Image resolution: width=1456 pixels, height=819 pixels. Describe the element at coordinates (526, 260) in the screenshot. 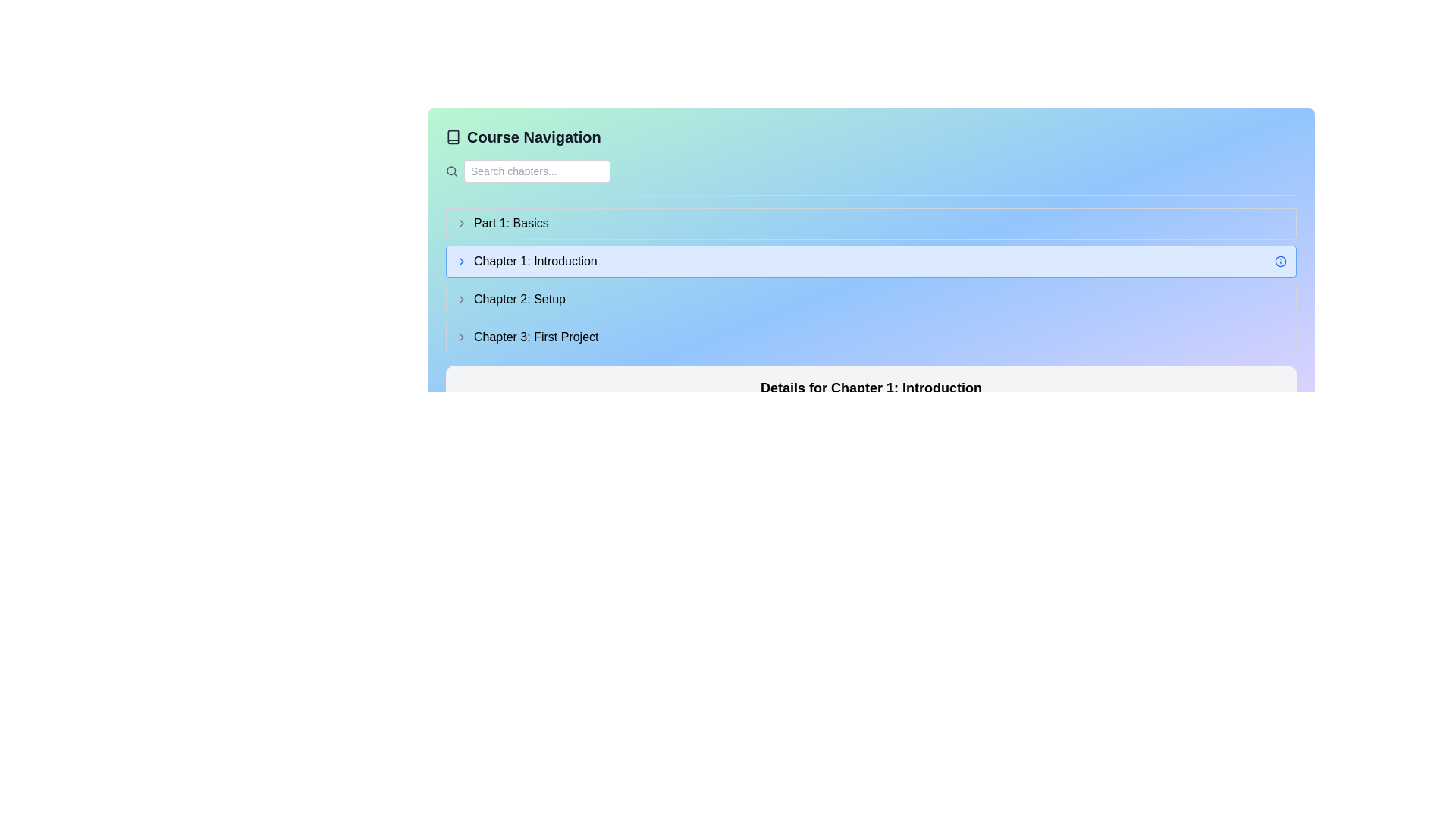

I see `the Text Label that indicates 'Chapter 1: Introduction', positioned centrally in the second row of the chapter titles list, below 'Part 1: Basics' and above 'Chapter 2: Setup'` at that location.